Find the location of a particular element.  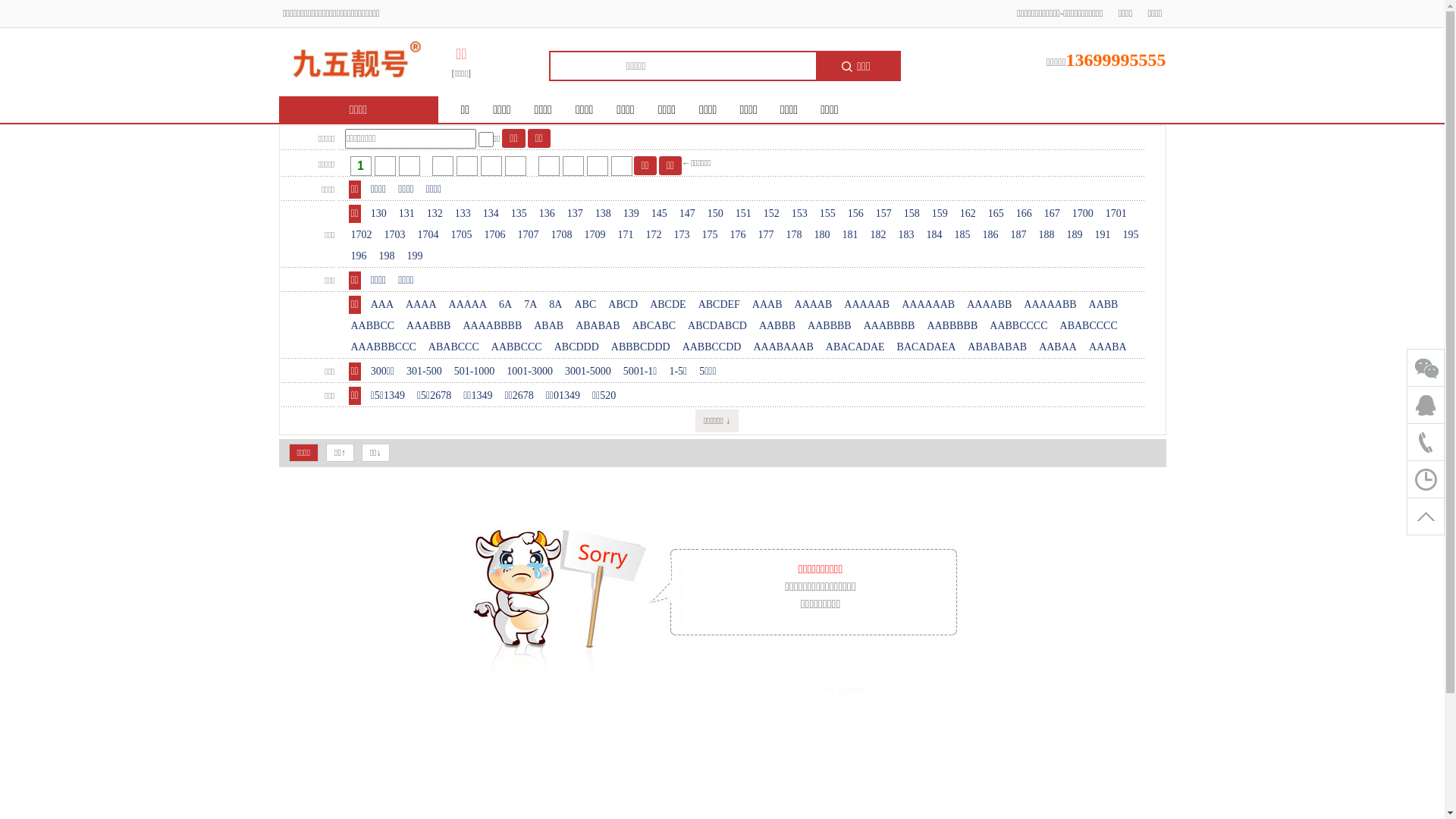

'155' is located at coordinates (827, 213).